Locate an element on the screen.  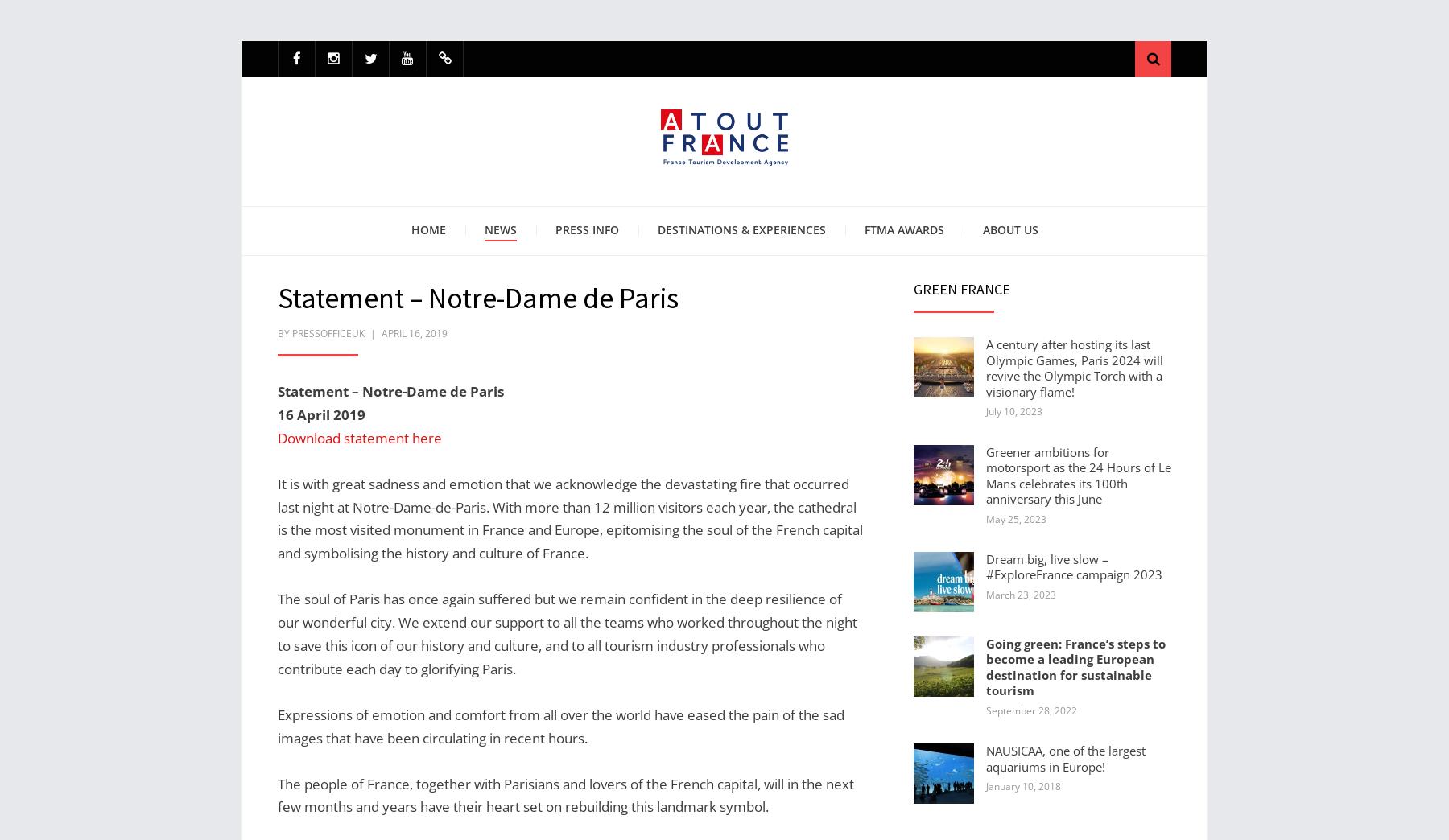
'News' is located at coordinates (500, 228).